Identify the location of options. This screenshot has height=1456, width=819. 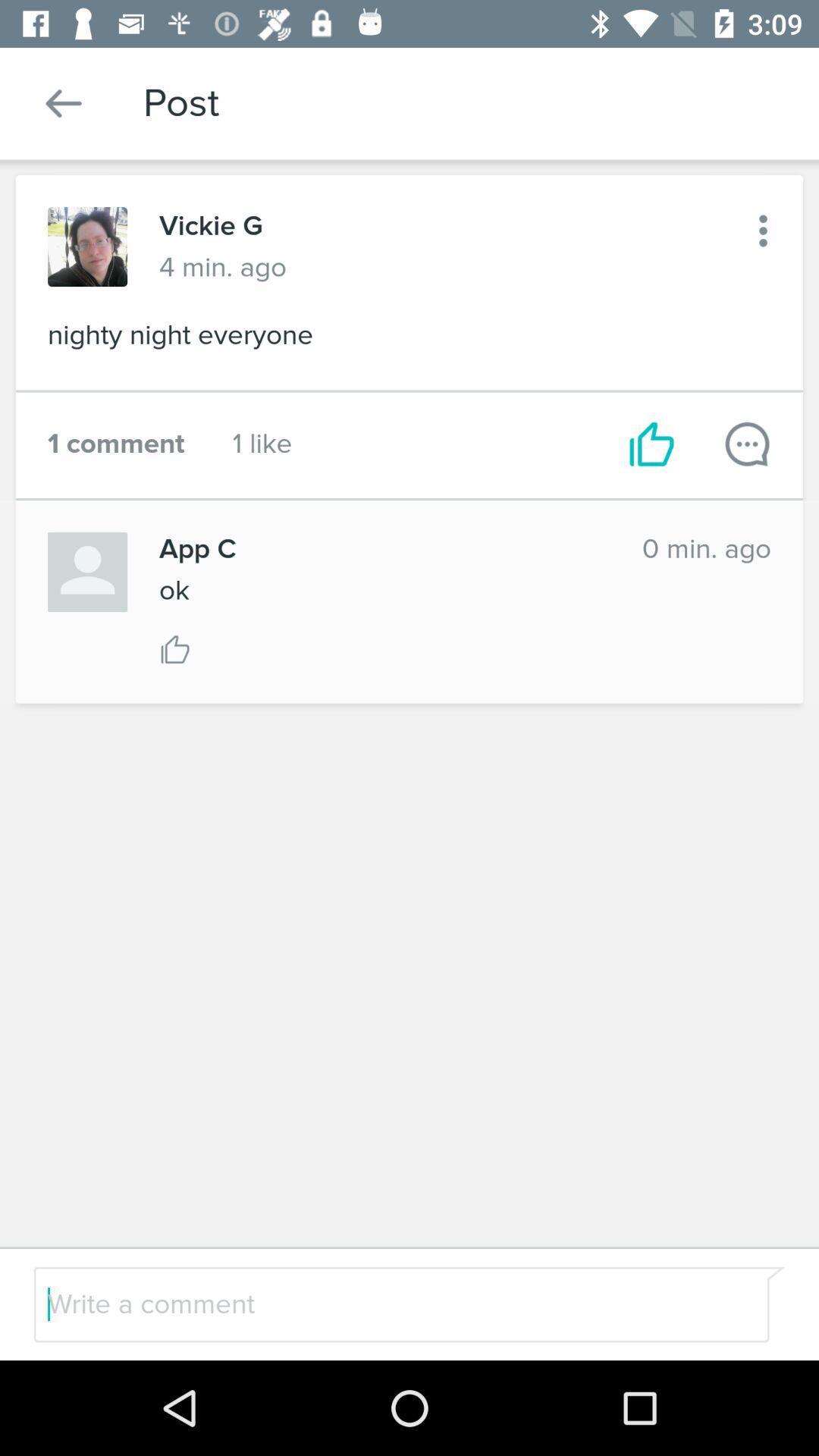
(763, 230).